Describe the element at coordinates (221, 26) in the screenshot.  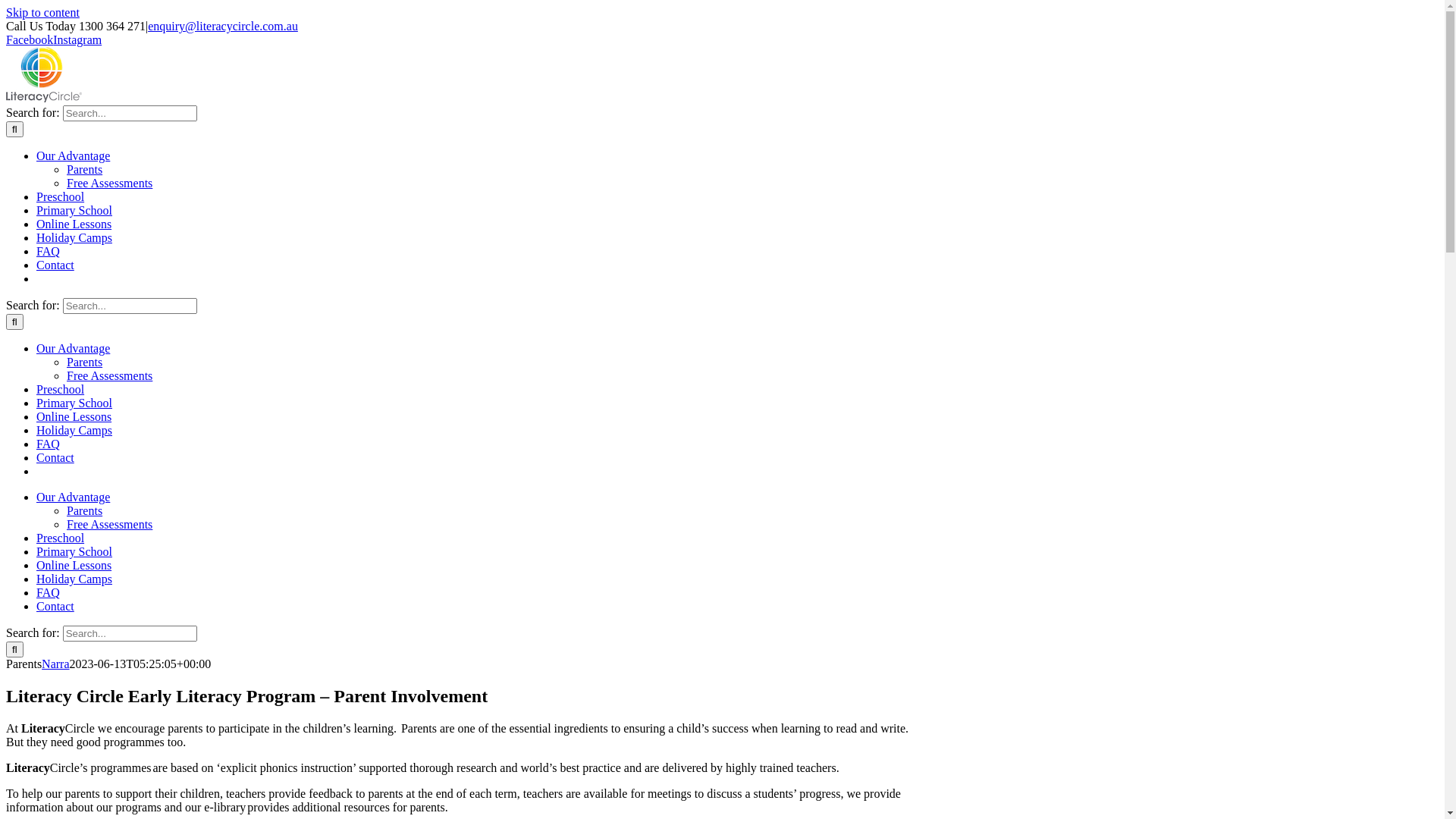
I see `'enquiry@literacycircle.com.au'` at that location.